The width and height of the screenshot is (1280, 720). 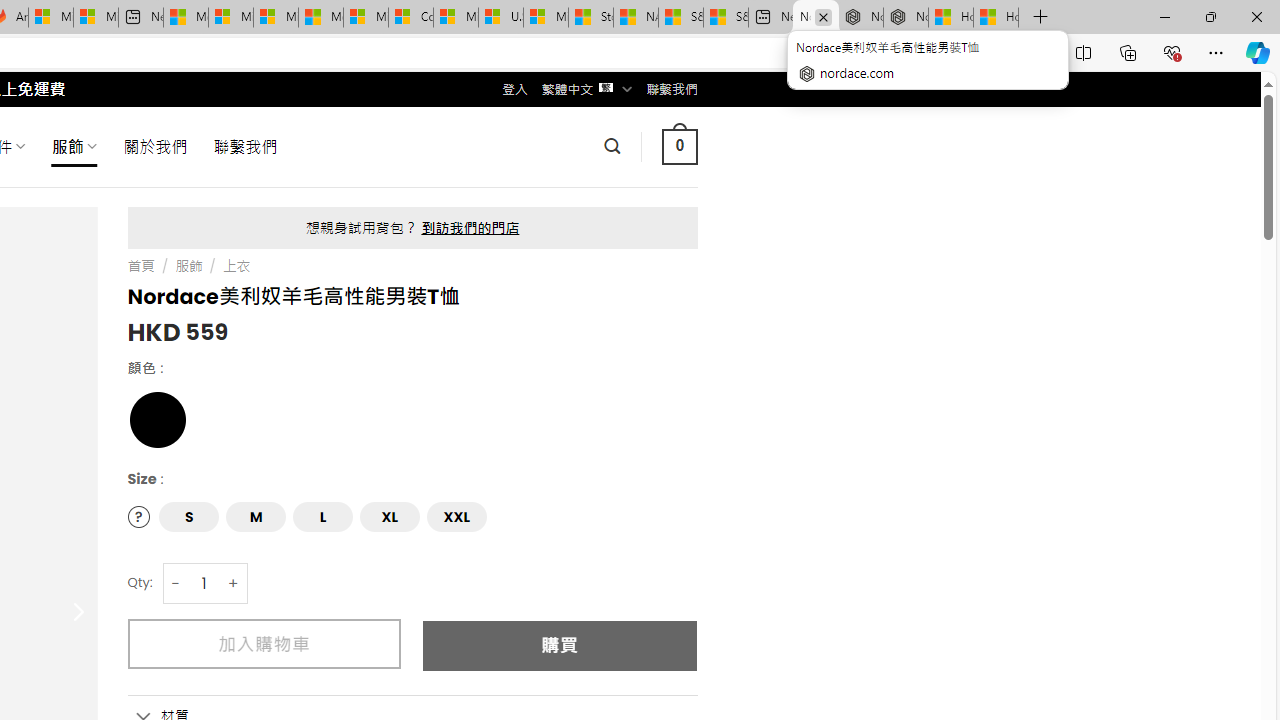 What do you see at coordinates (1031, 52) in the screenshot?
I see `'Add this page to favorites (Ctrl+D)'` at bounding box center [1031, 52].